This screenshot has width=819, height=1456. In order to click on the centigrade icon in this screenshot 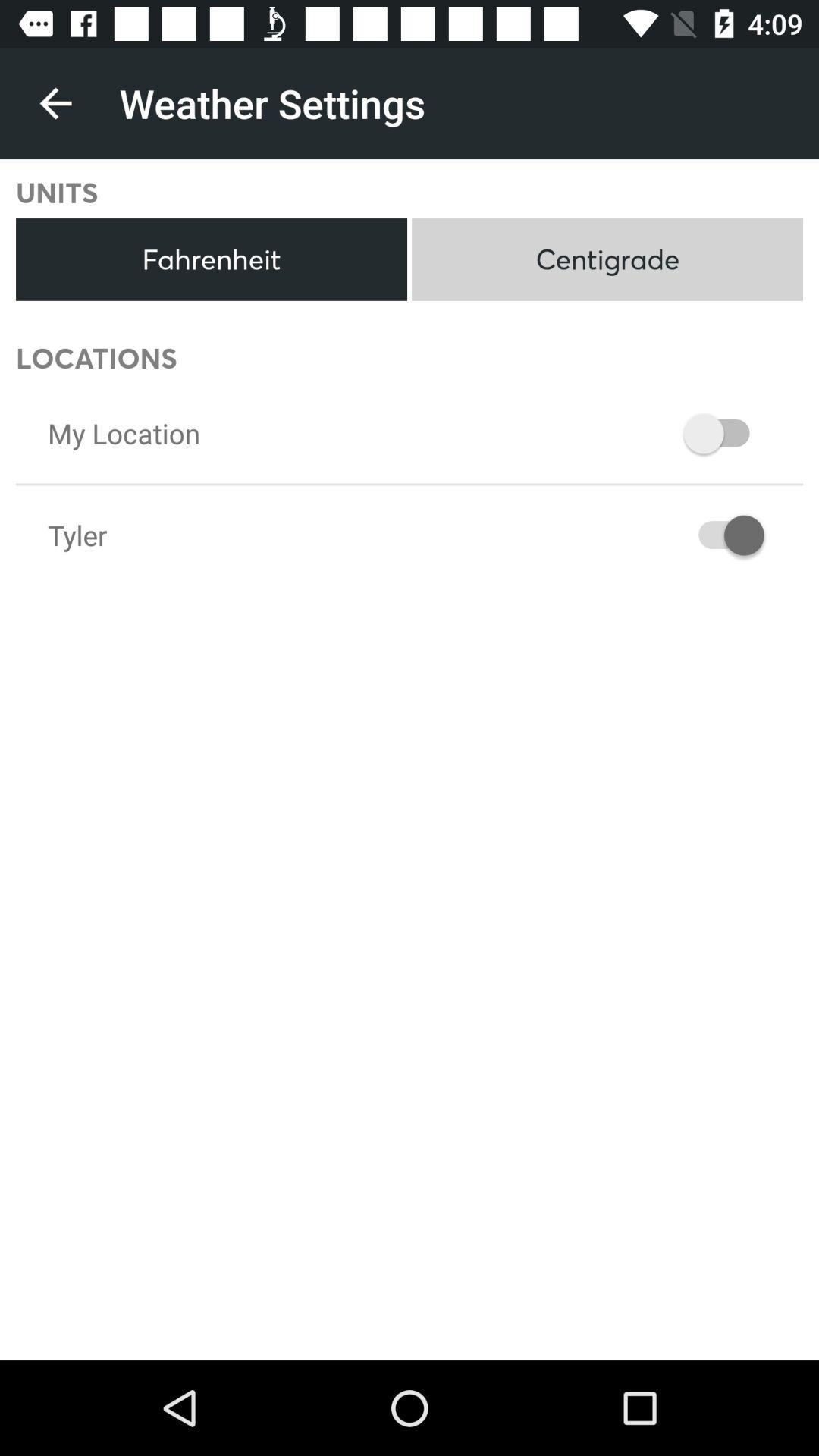, I will do `click(607, 259)`.